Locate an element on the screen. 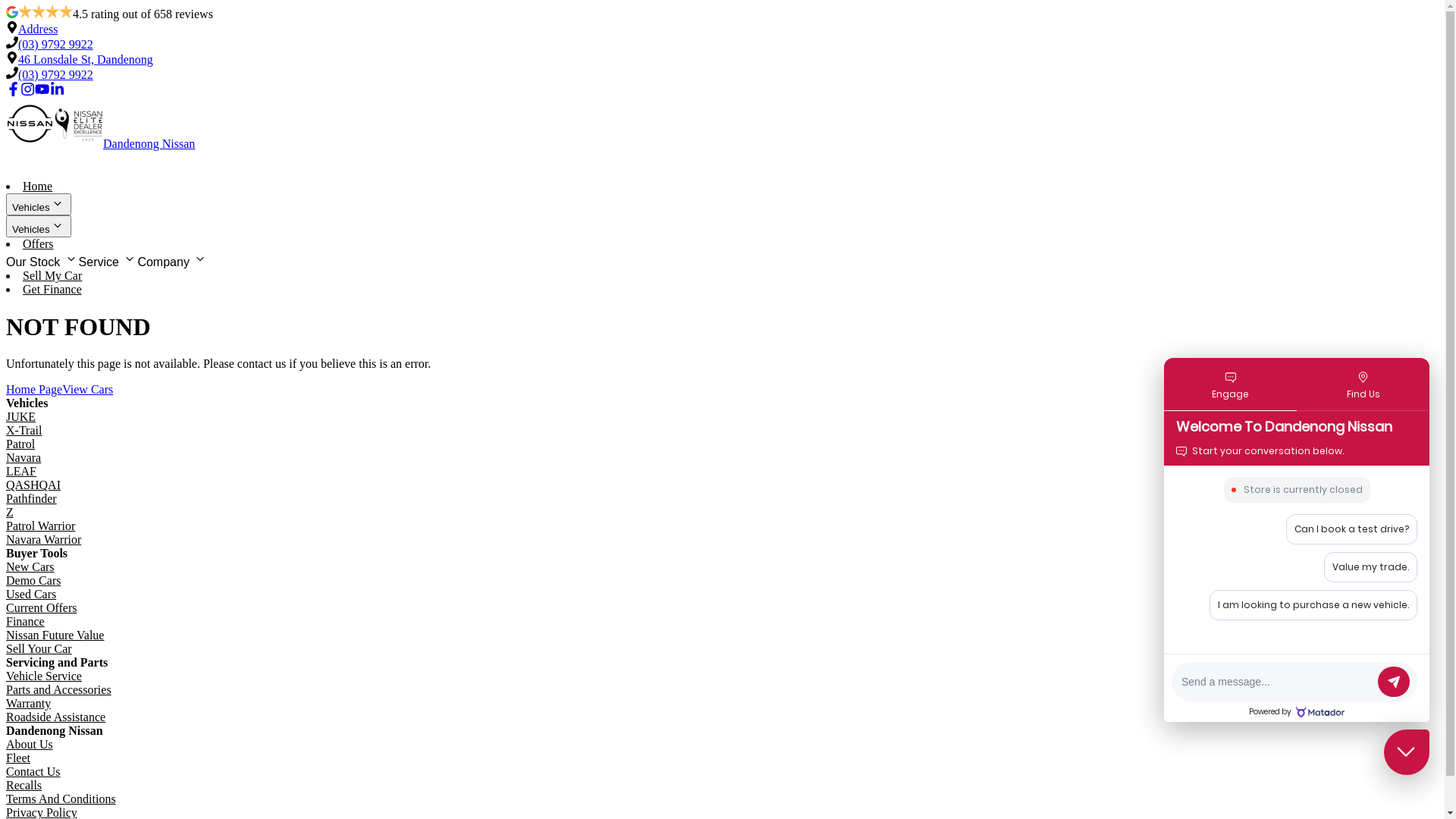 This screenshot has width=1456, height=819. 'Used Cars' is located at coordinates (31, 593).